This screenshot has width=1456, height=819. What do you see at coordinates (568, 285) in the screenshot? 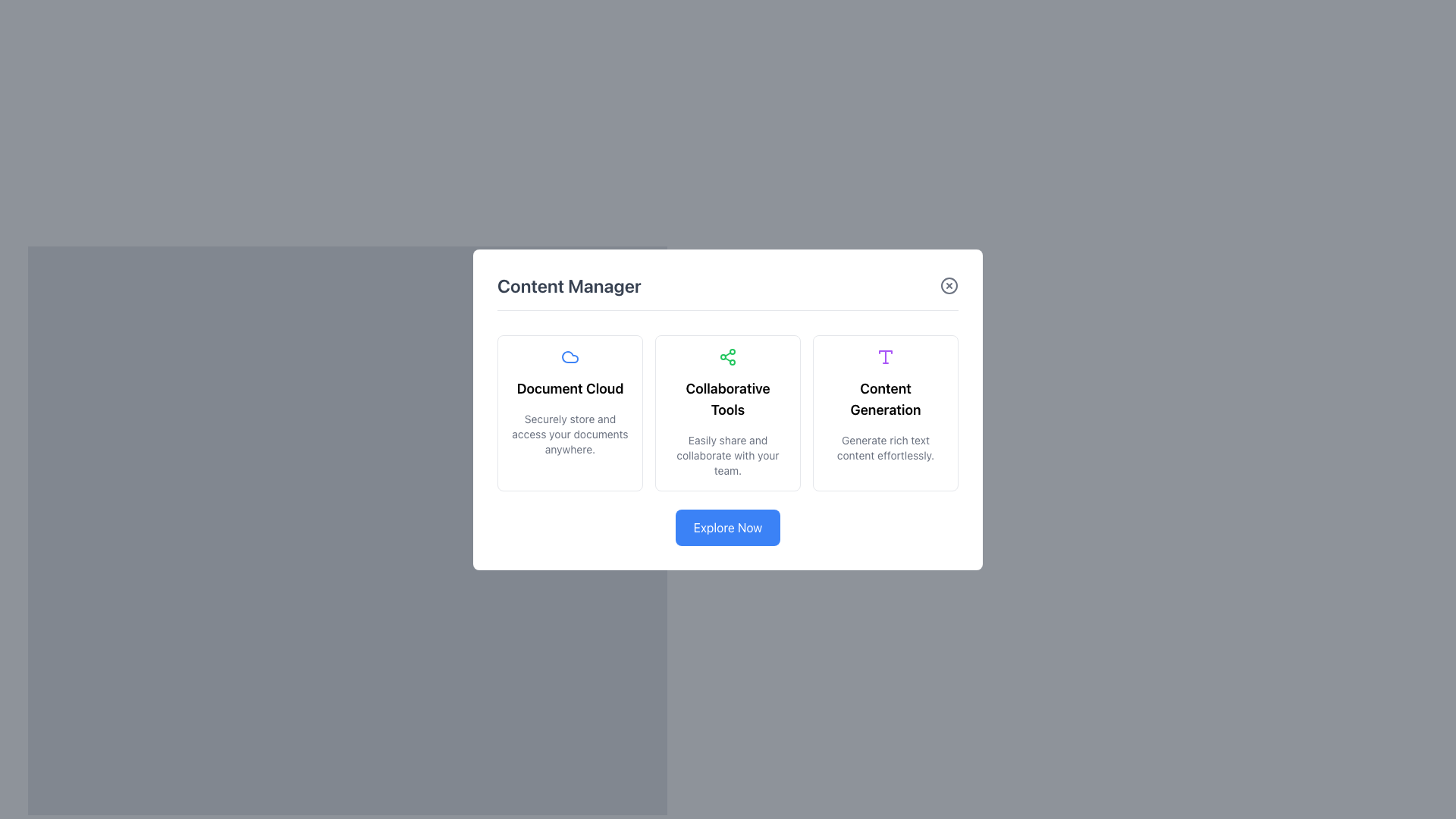
I see `the Text Label that serves as a title or heading for the content displayed in the card interface, located at the top-left corner of the white card overlaying the gray background` at bounding box center [568, 285].